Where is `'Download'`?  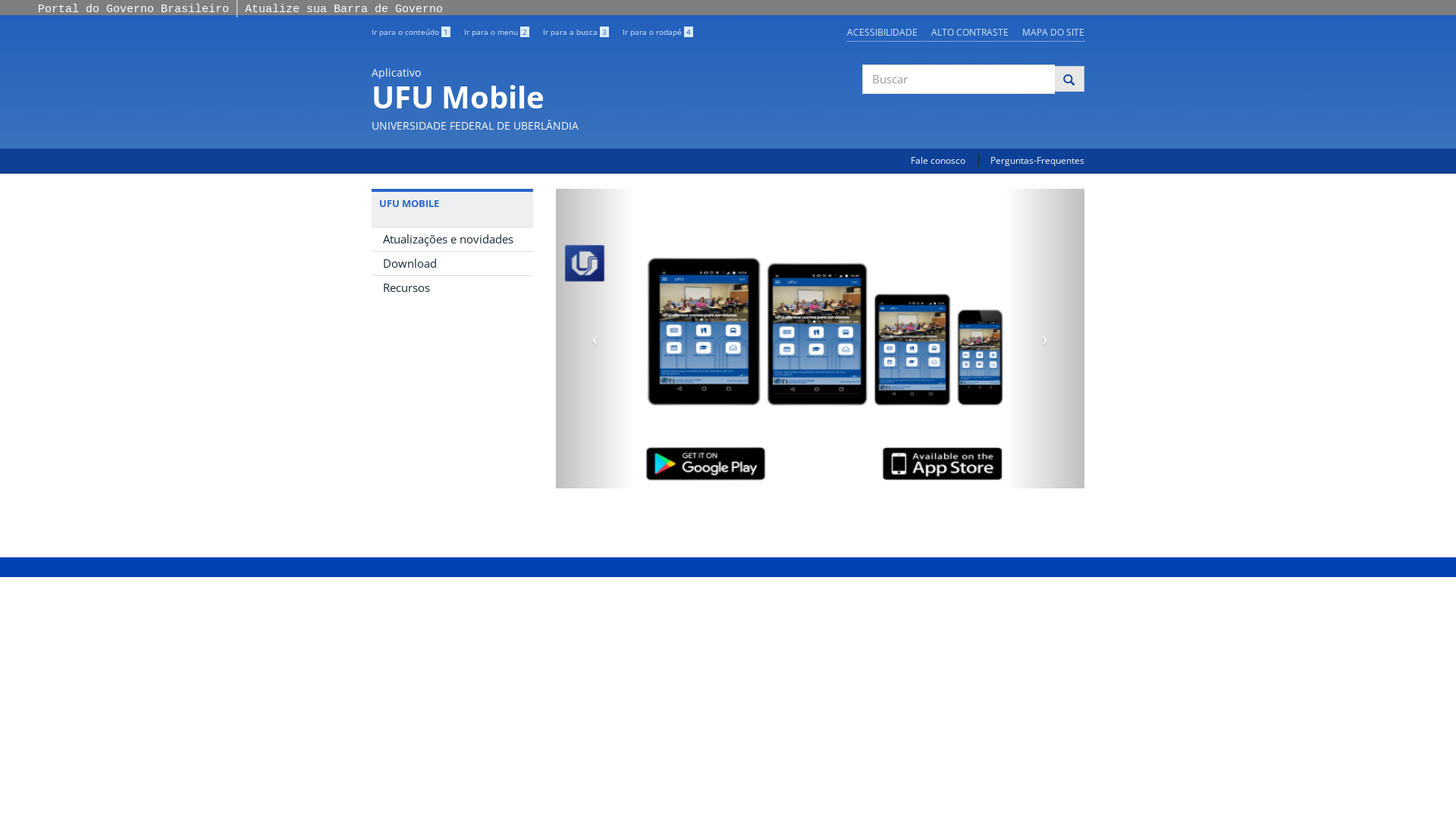 'Download' is located at coordinates (451, 262).